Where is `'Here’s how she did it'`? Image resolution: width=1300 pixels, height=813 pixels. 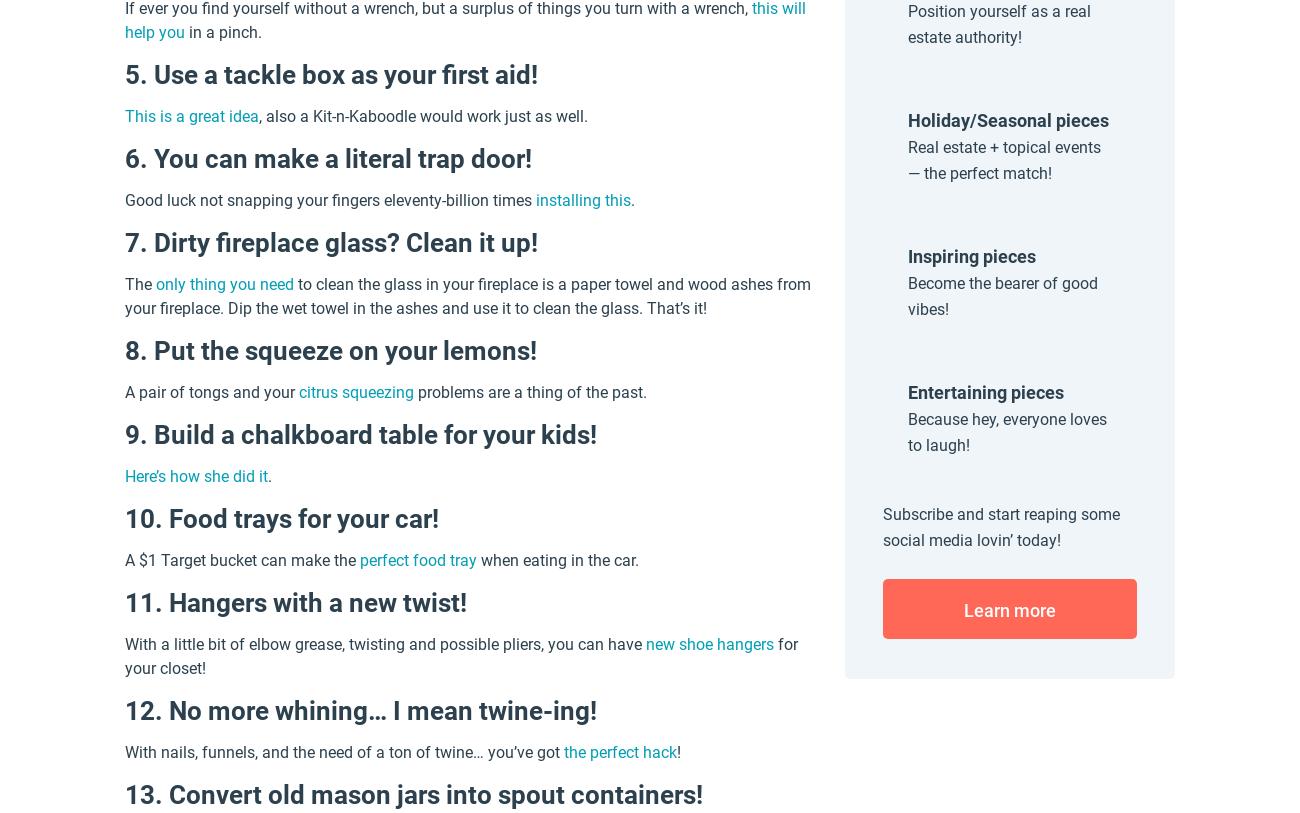 'Here’s how she did it' is located at coordinates (196, 476).